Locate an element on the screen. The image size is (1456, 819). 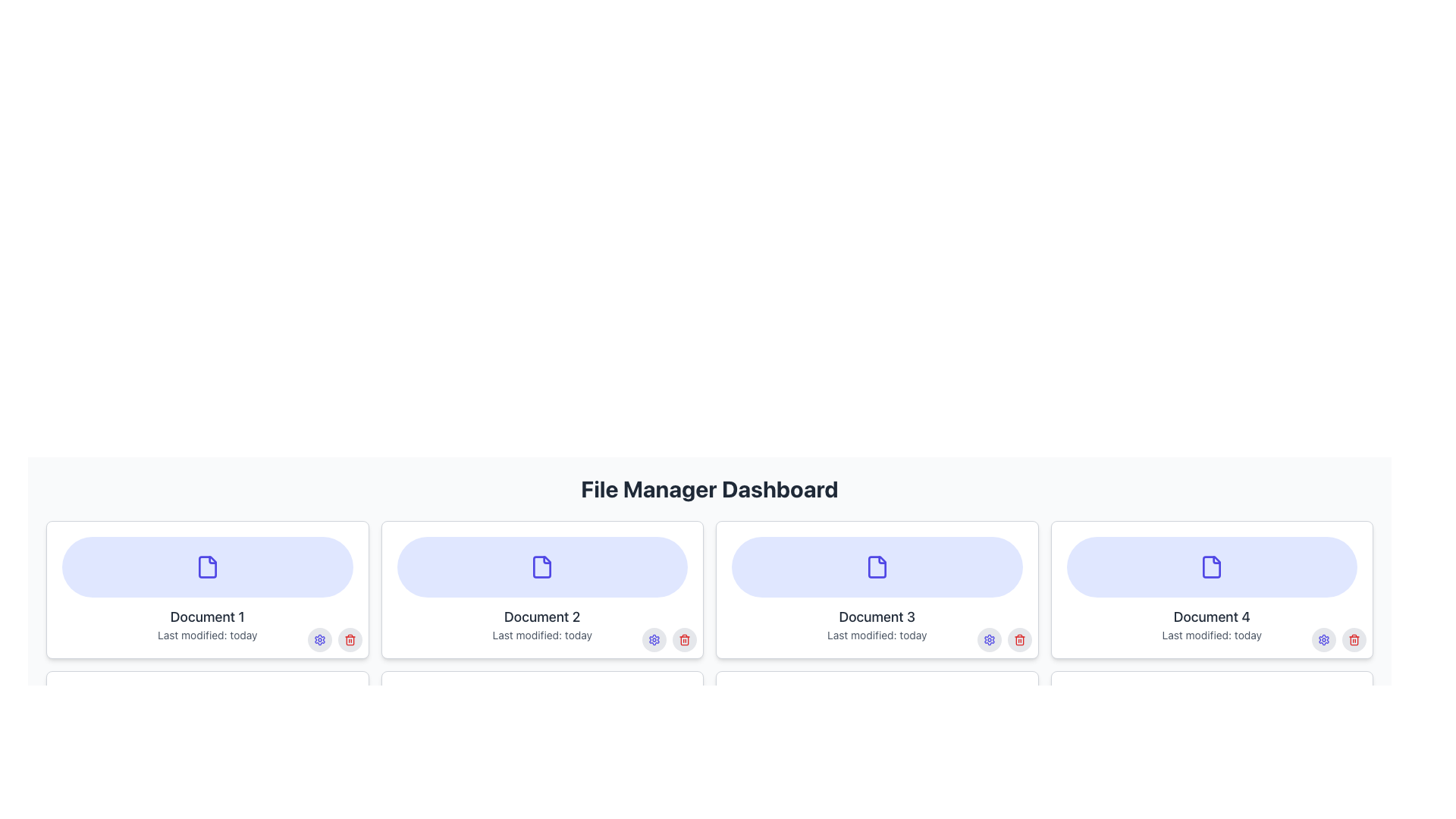
the gear-shaped settings icon located at the bottom-right of the 'Document 4' card is located at coordinates (989, 640).